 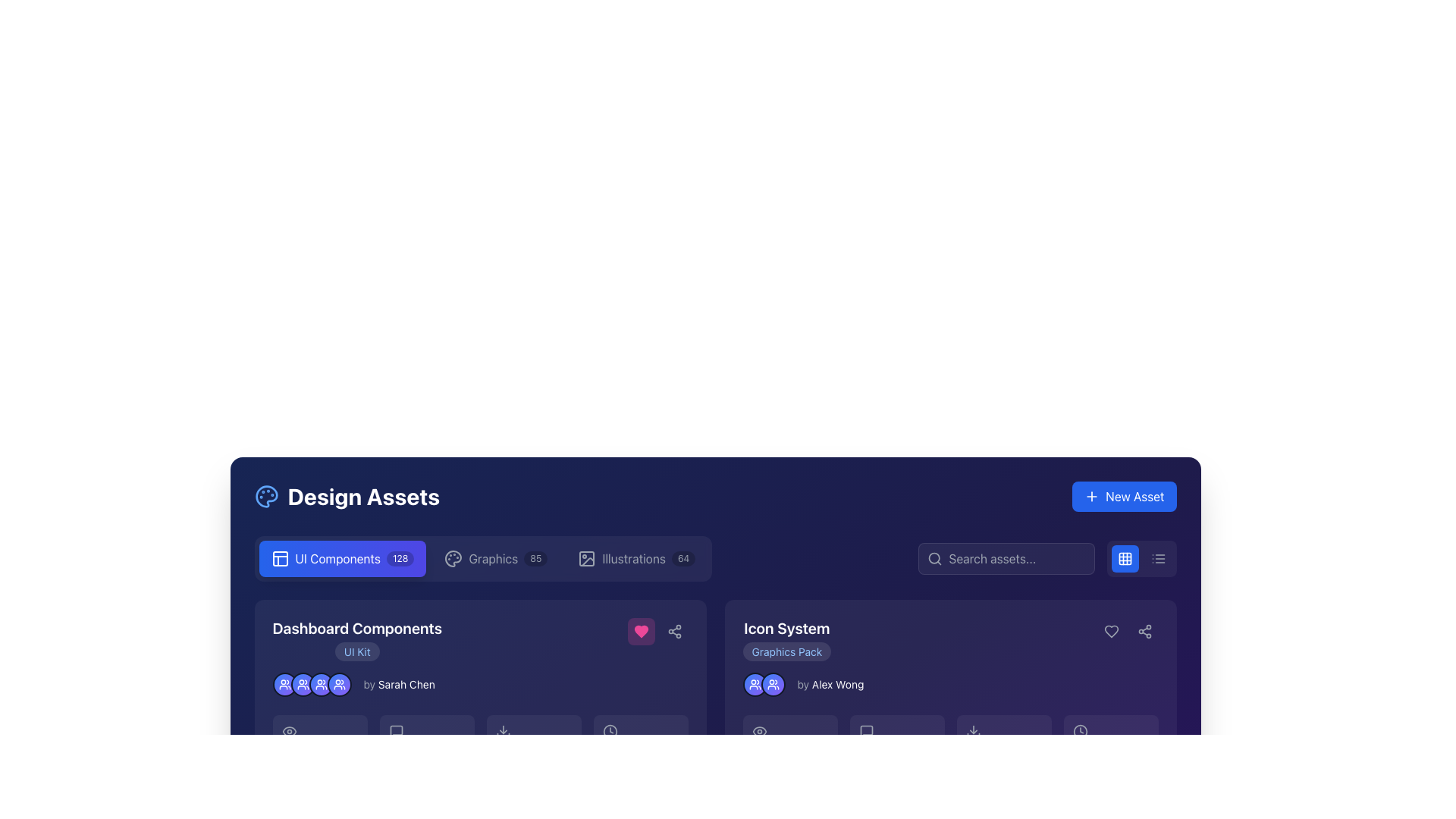 What do you see at coordinates (1125, 558) in the screenshot?
I see `the grid icon toggle button located in the top bar, positioned between the search bar and a similar toggle button` at bounding box center [1125, 558].